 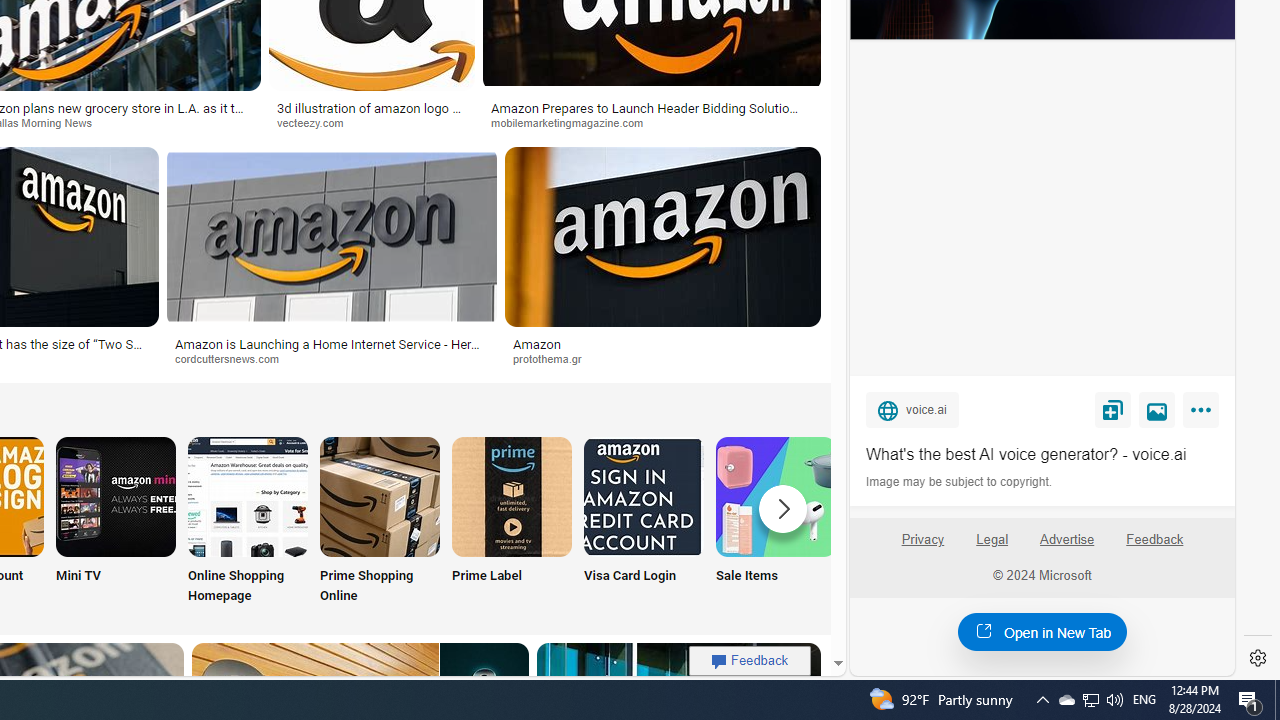 I want to click on 'mobilemarketingmagazine.com', so click(x=652, y=123).